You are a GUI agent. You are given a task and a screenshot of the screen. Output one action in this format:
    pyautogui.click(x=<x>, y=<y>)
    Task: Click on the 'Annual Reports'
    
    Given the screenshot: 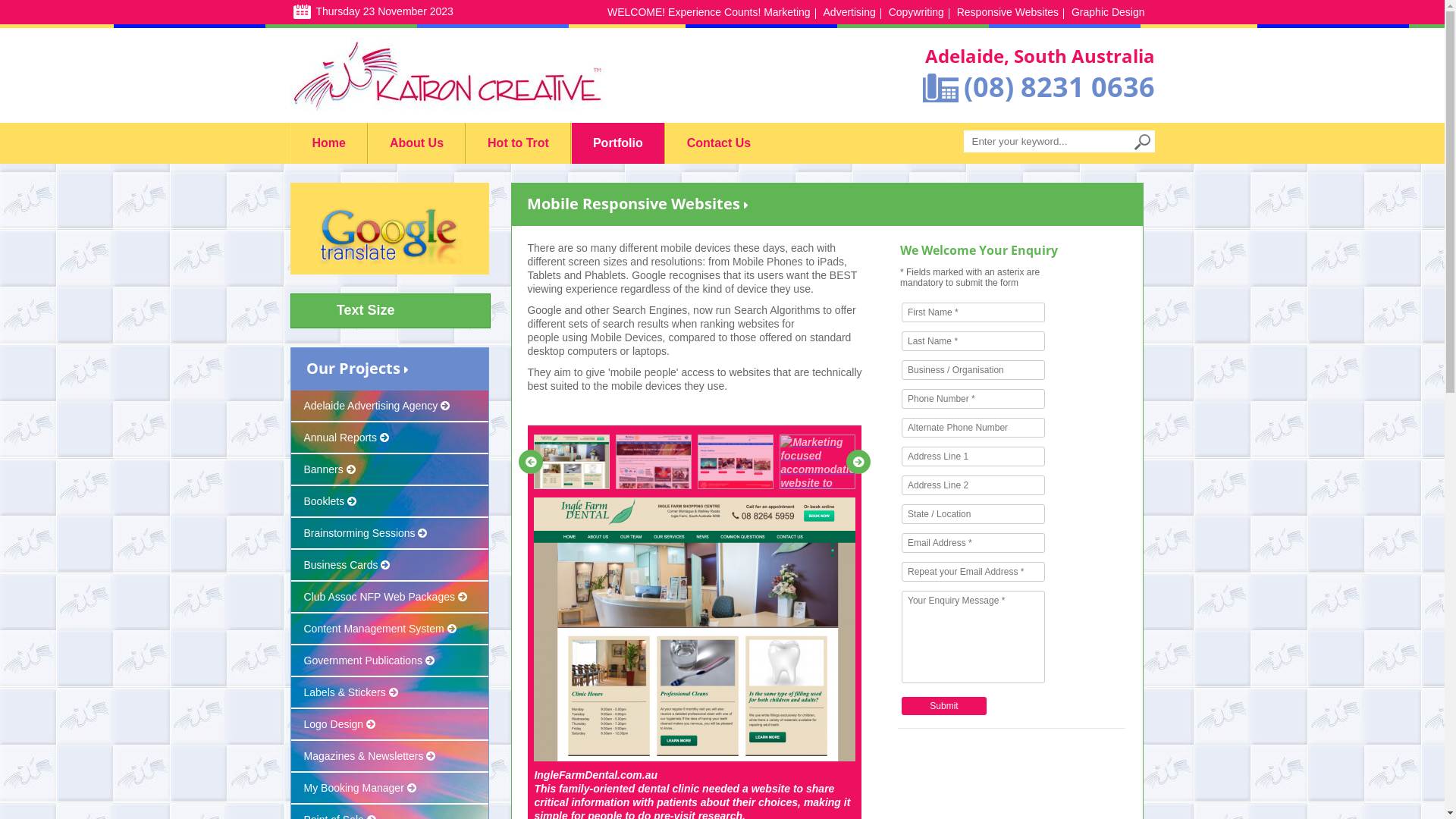 What is the action you would take?
    pyautogui.click(x=291, y=438)
    